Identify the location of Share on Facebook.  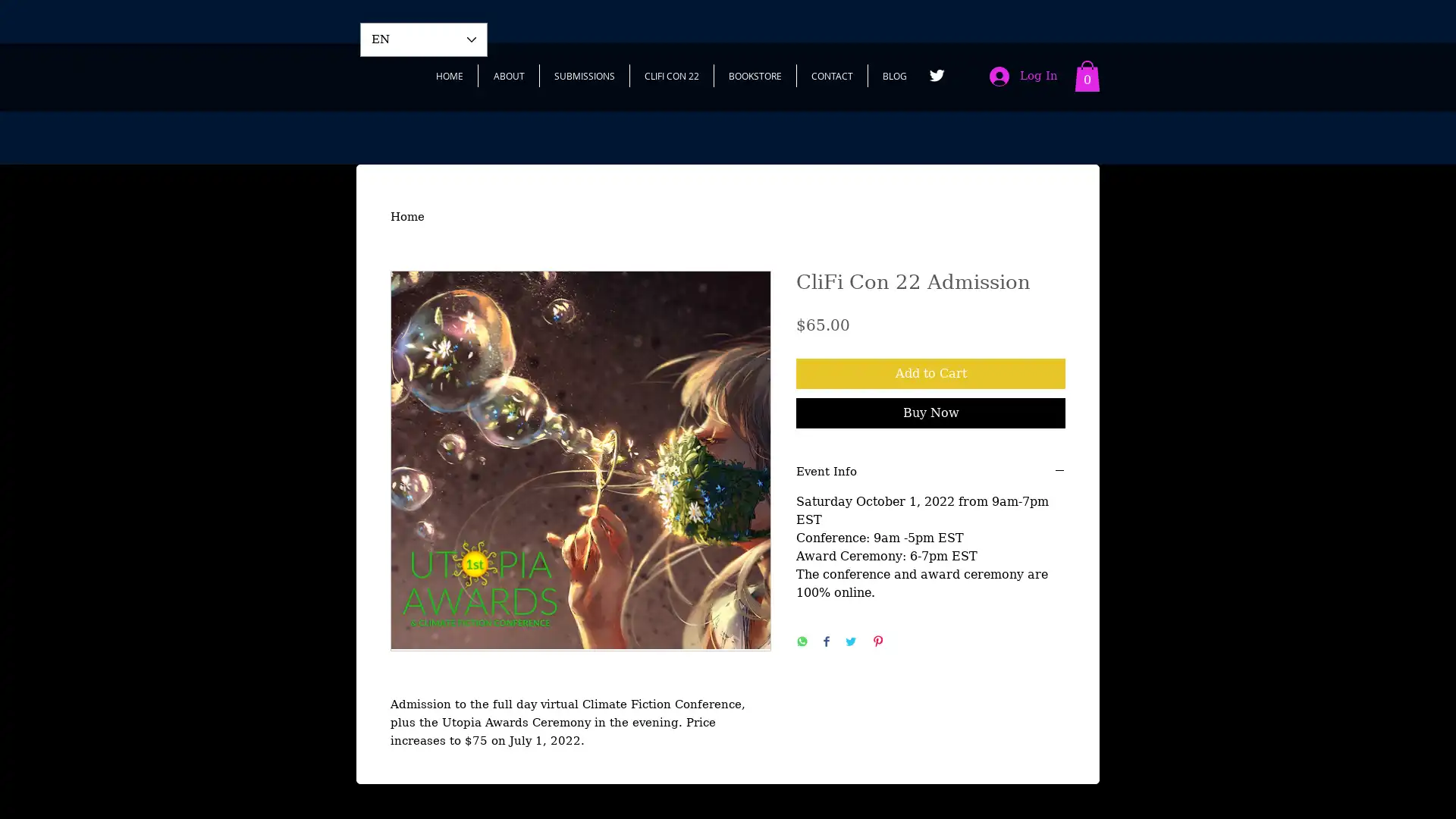
(825, 642).